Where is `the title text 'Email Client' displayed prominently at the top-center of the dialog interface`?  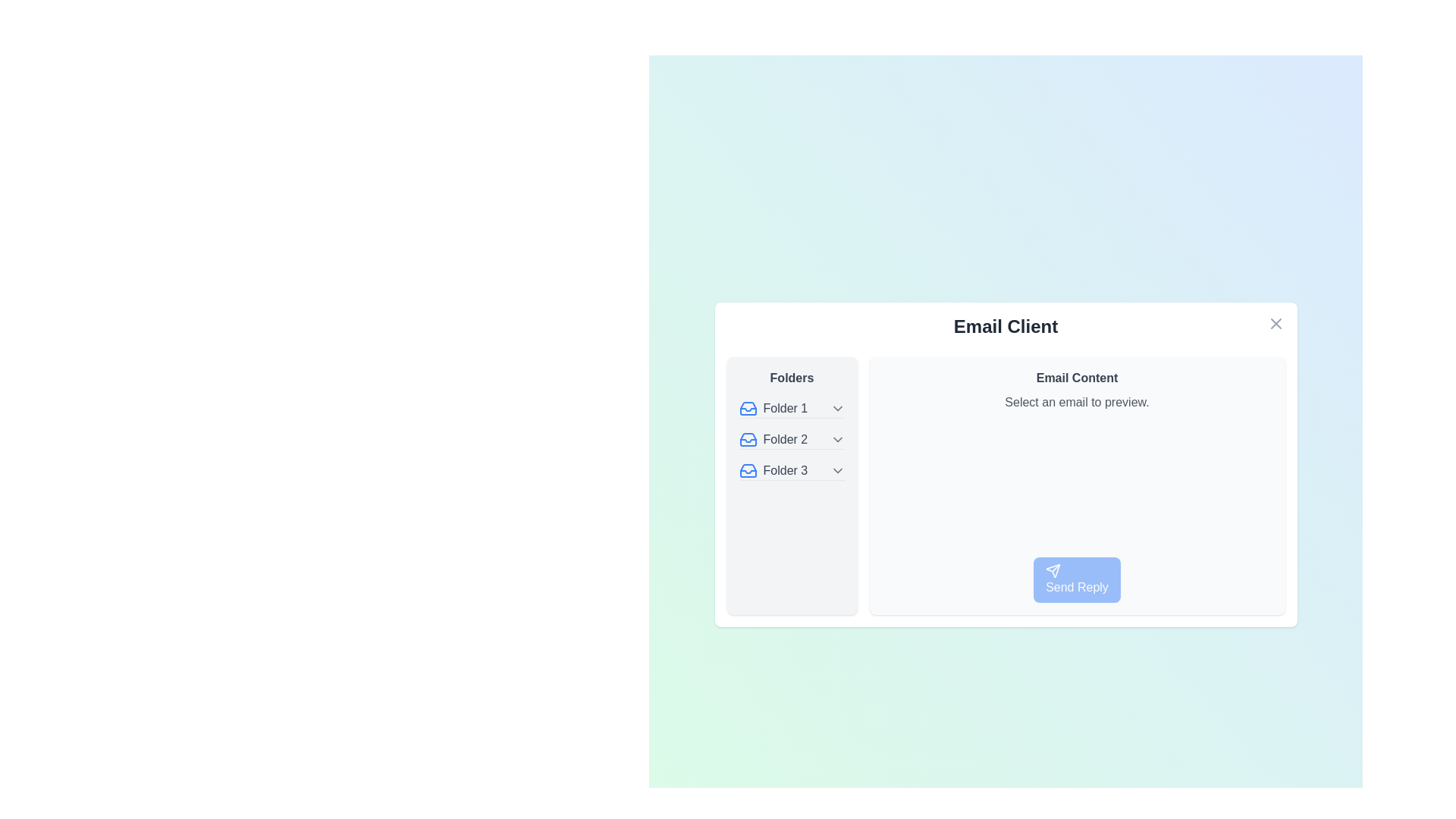
the title text 'Email Client' displayed prominently at the top-center of the dialog interface is located at coordinates (1006, 326).